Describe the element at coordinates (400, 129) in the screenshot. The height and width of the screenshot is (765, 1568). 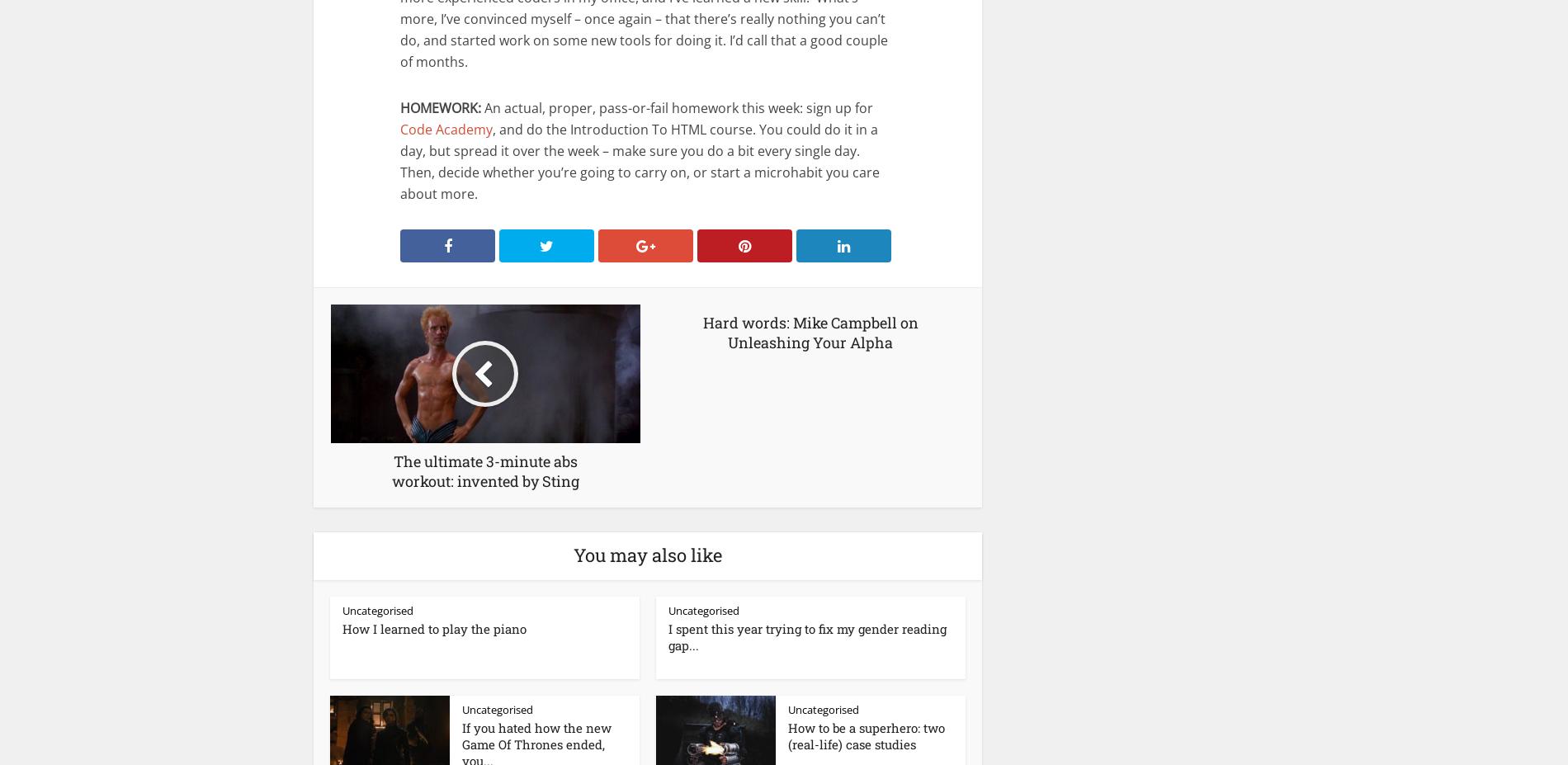
I see `'Code Academy'` at that location.